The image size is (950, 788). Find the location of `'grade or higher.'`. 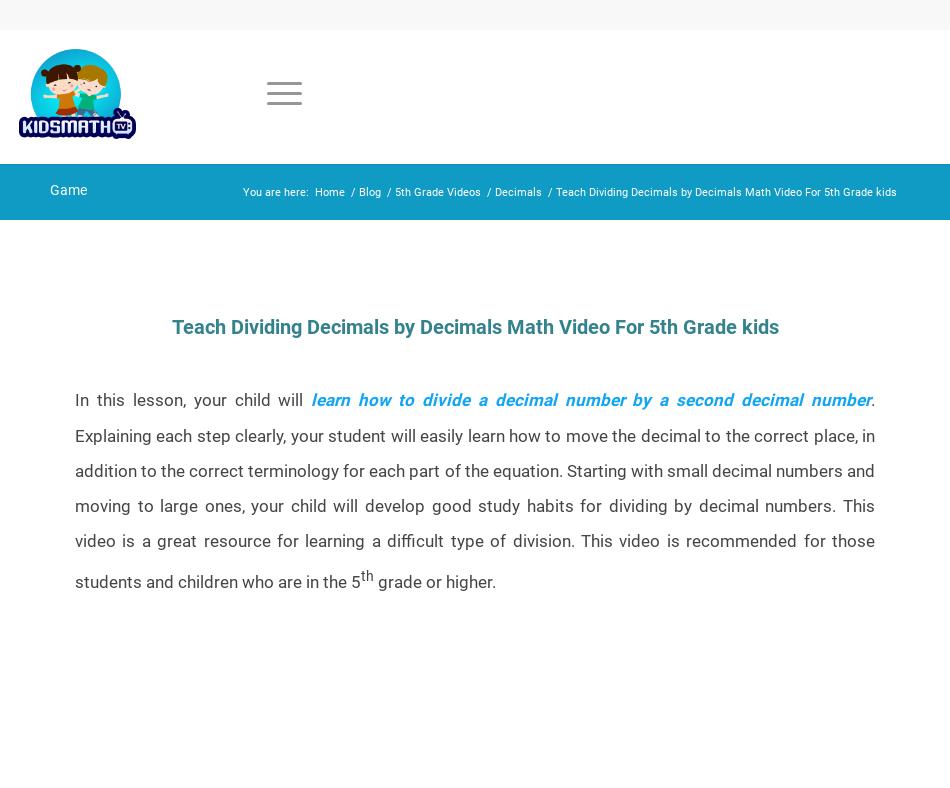

'grade or higher.' is located at coordinates (434, 582).